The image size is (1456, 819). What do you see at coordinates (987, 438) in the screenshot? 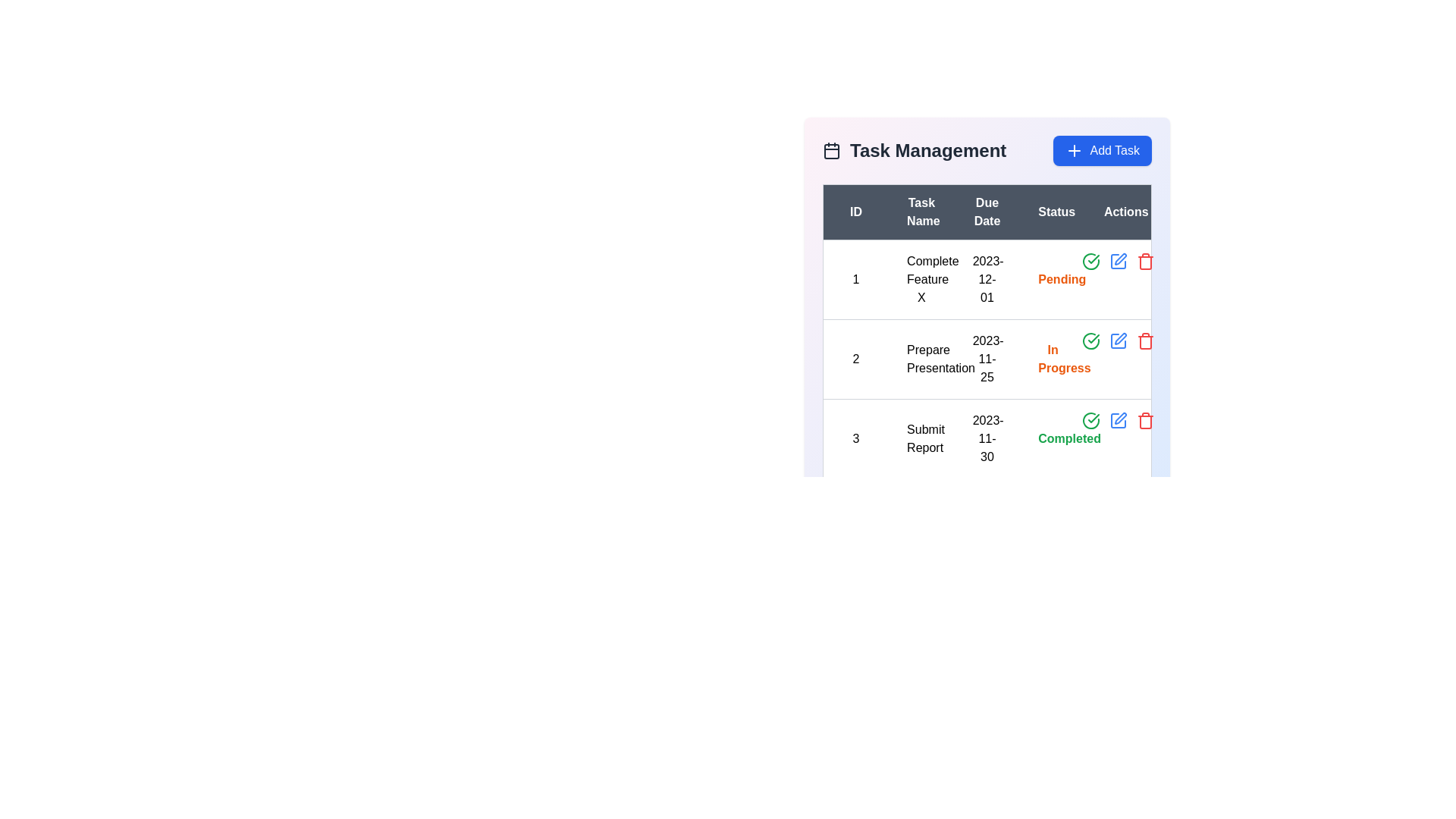
I see `the static text displaying the due date for the task labeled 'Submit Report', which is the third entry under the 'Due Date' column in the table` at bounding box center [987, 438].